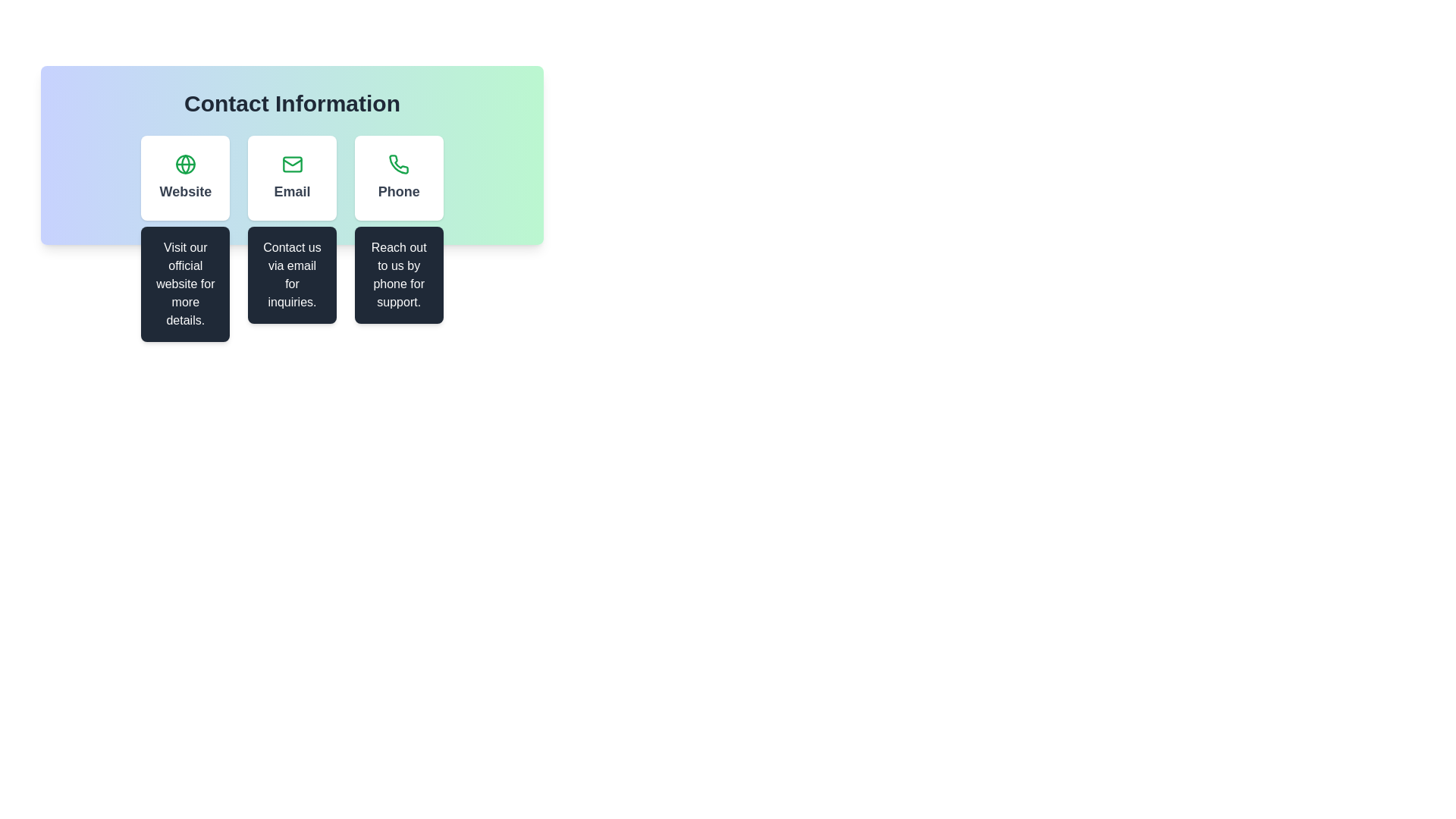  Describe the element at coordinates (399, 177) in the screenshot. I see `the Informational Card with a green phone icon and the label 'Phone' located at the far right of the row under 'Contact Information'` at that location.